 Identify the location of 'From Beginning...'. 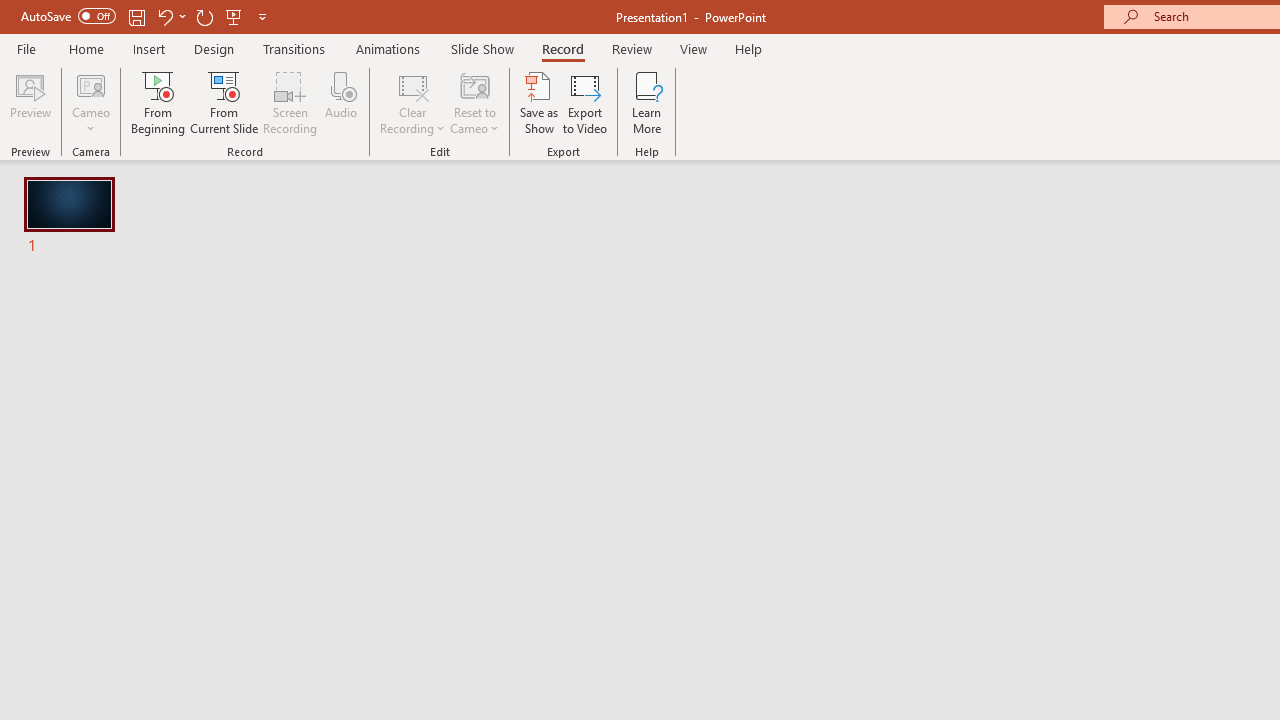
(157, 103).